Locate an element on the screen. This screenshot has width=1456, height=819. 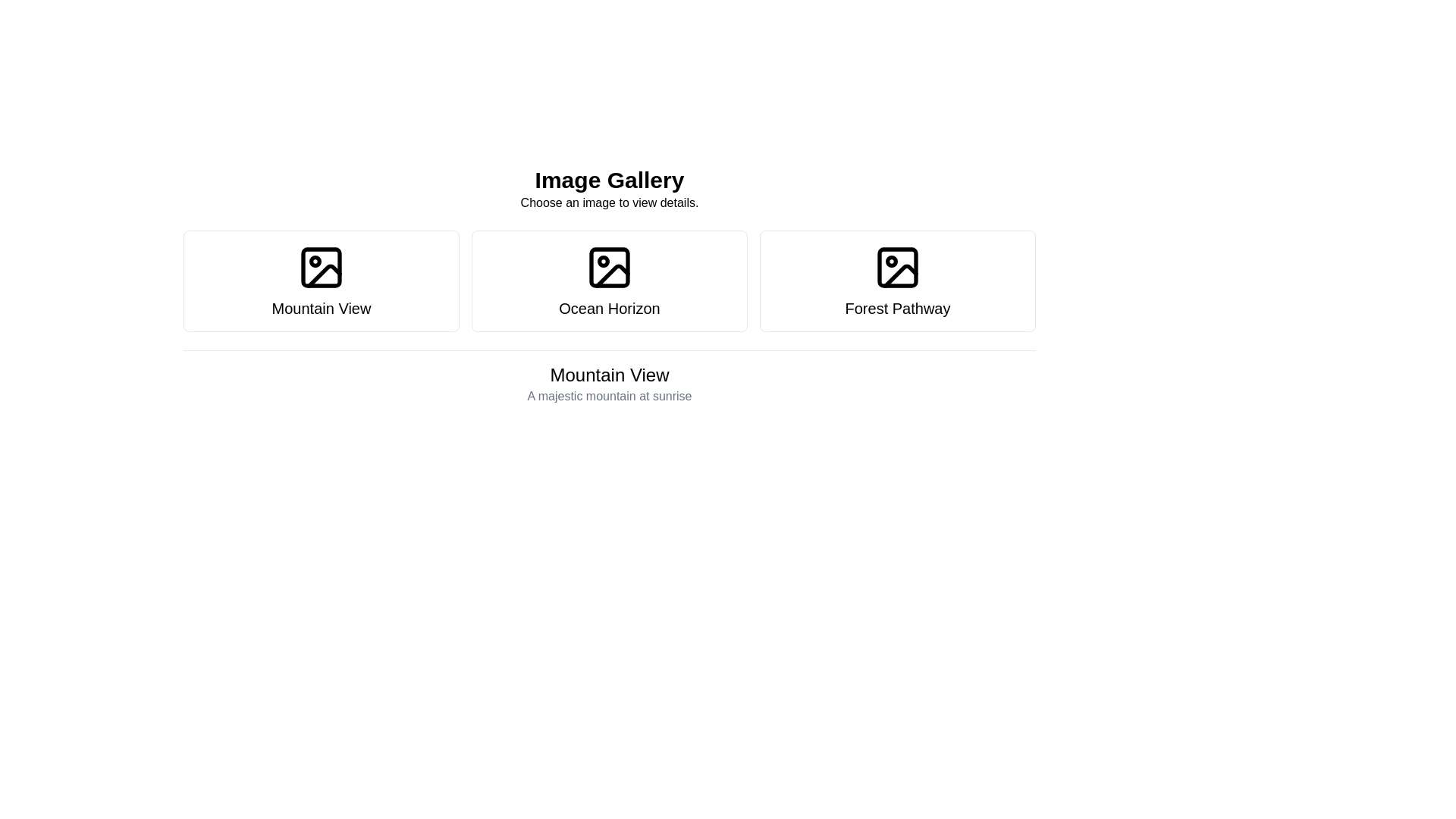
the small decorative circle icon within the larger SVG-based image placeholder in the 'Mountain View' card is located at coordinates (315, 260).